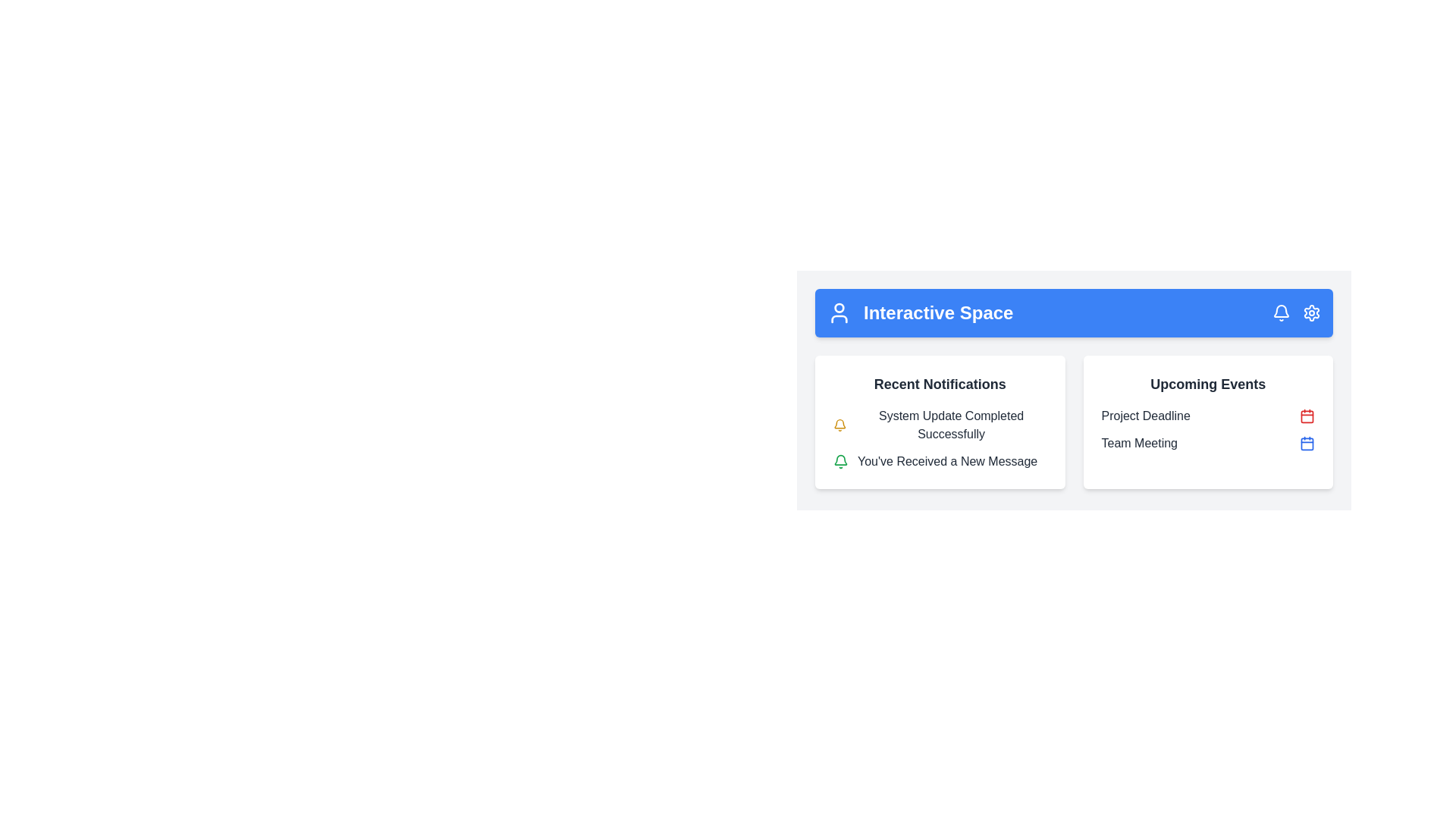 The image size is (1456, 819). Describe the element at coordinates (1310, 312) in the screenshot. I see `the blue cogwheel icon in the top-right corner of the header bar` at that location.